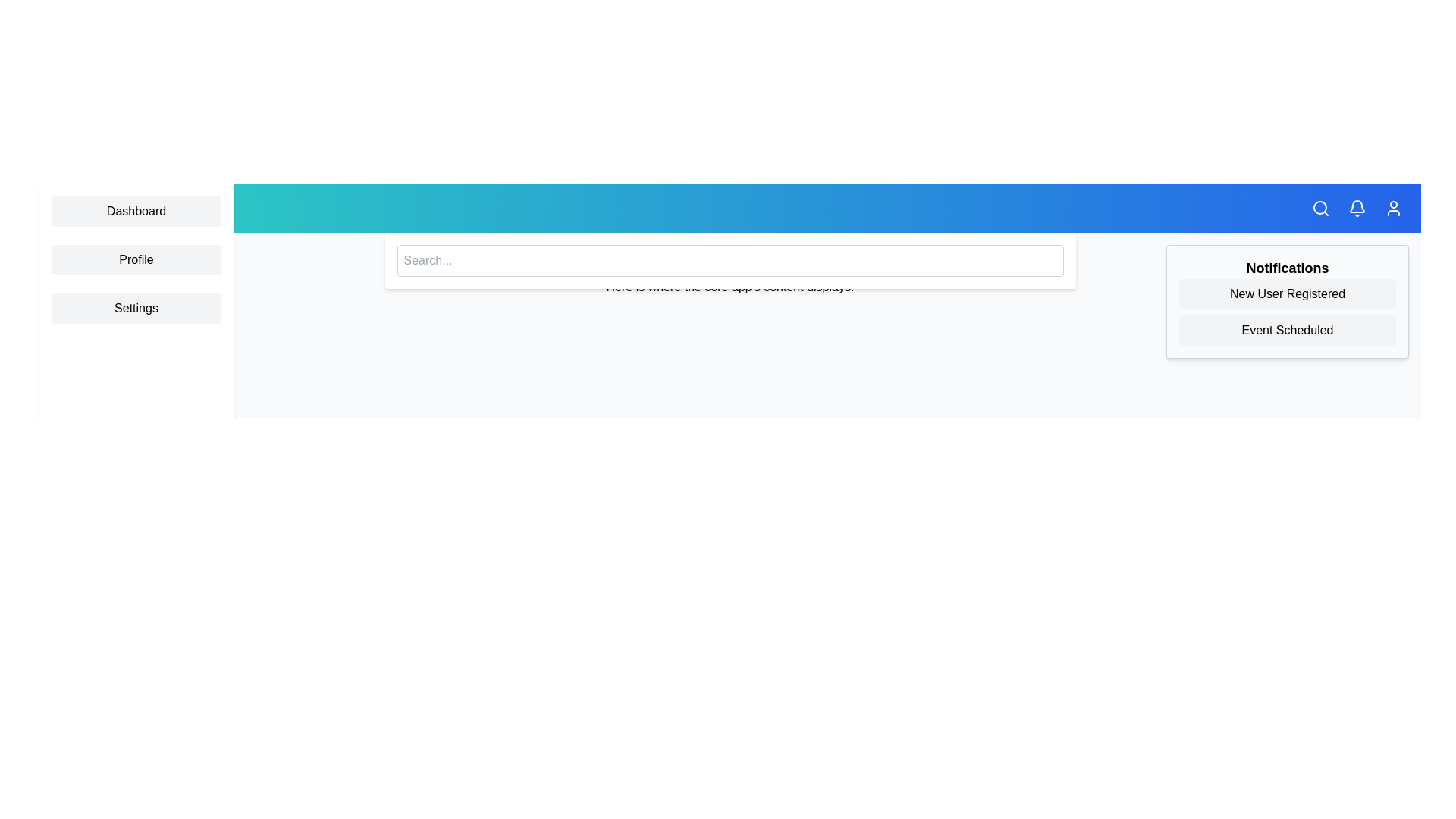 The height and width of the screenshot is (819, 1456). I want to click on the second notification item in the notifications list, which displays a status update or message related to event scheduling, so click(1287, 329).